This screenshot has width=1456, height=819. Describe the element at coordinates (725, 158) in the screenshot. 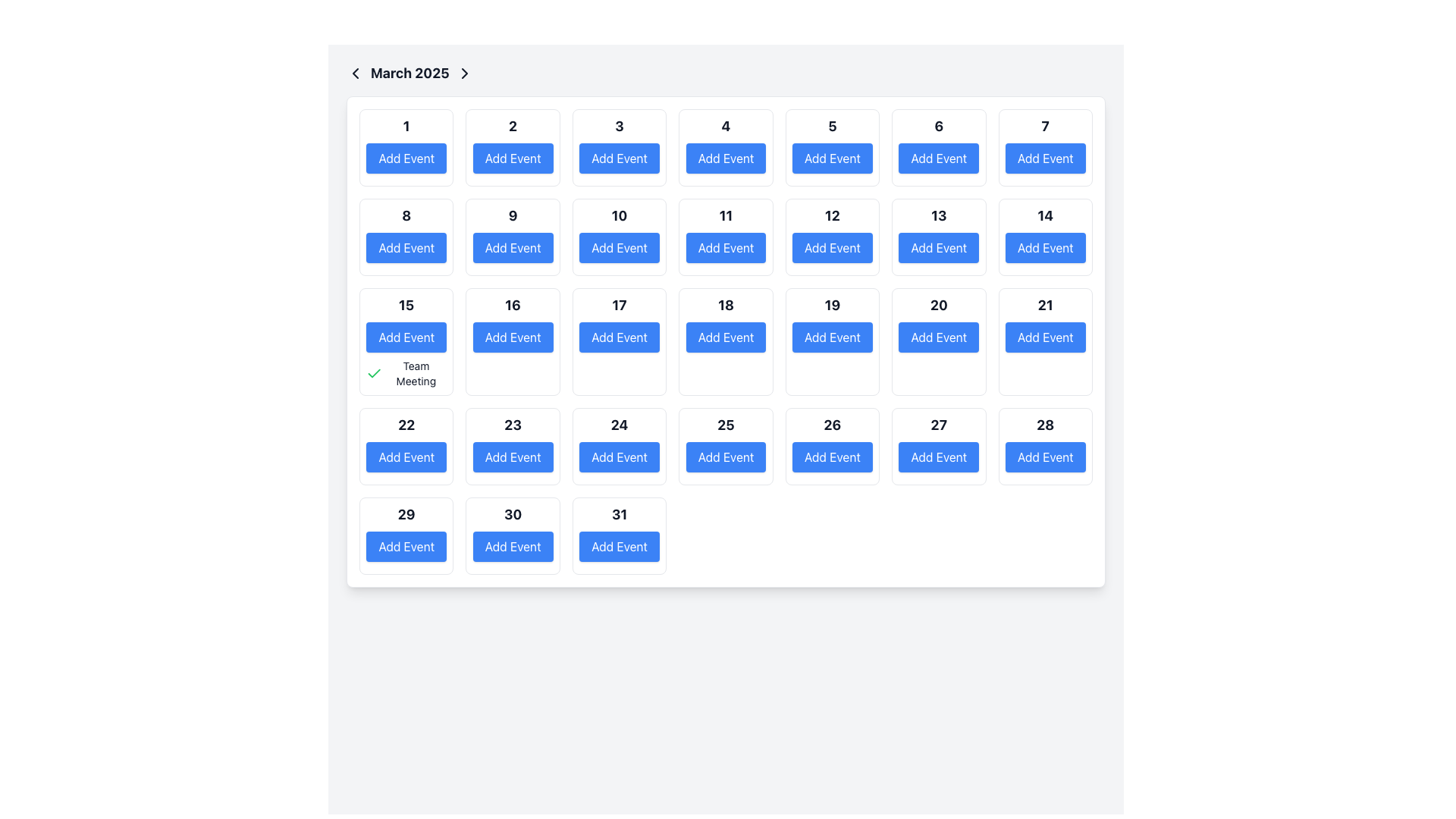

I see `the button located in the calendar grid under the header 'March 2025', in the fourth column and the first row, to initiate an event addition` at that location.